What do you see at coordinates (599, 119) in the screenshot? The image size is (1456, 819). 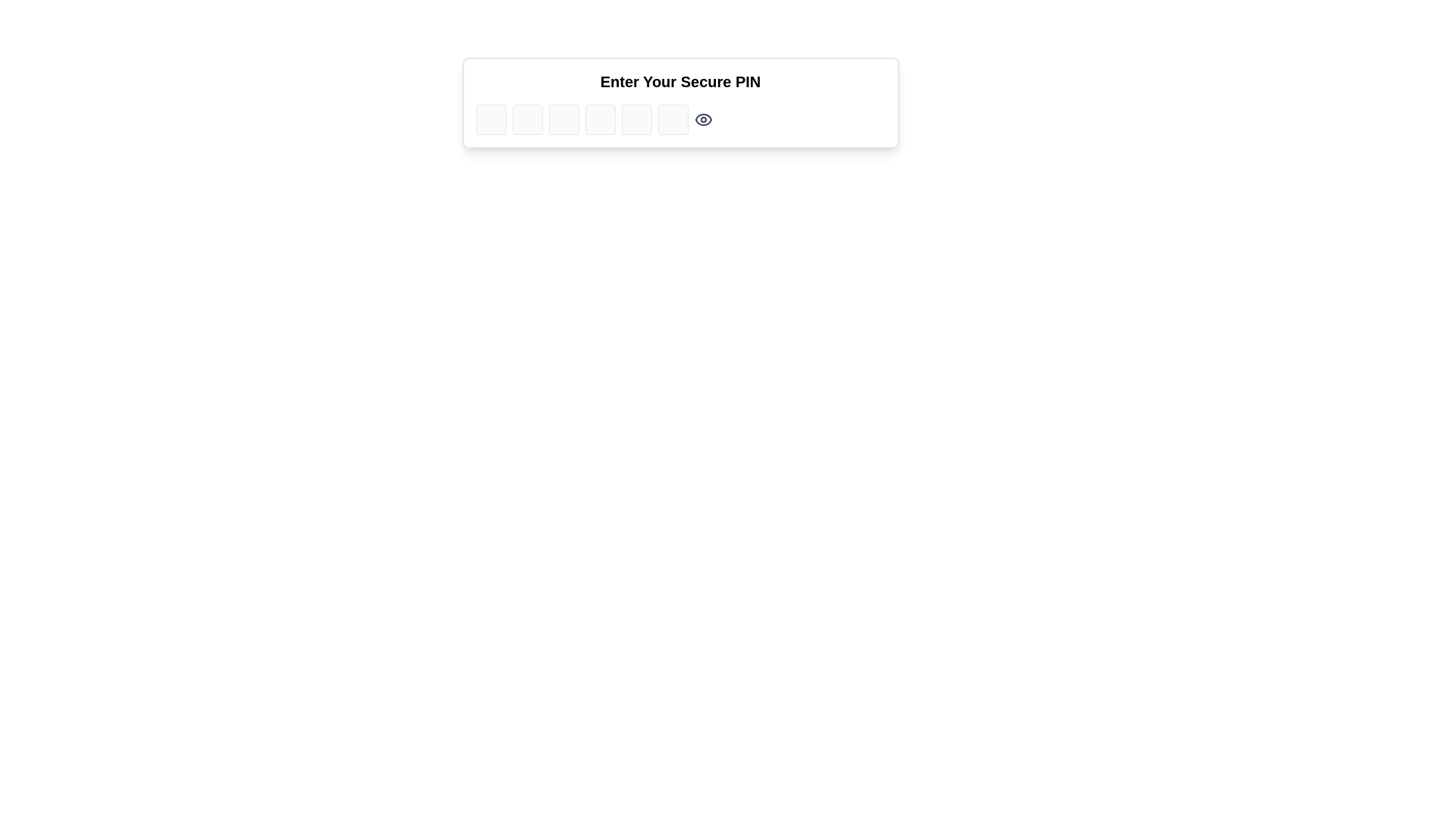 I see `the fourth password input field in the horizontal sequence of six input fields to focus on it` at bounding box center [599, 119].